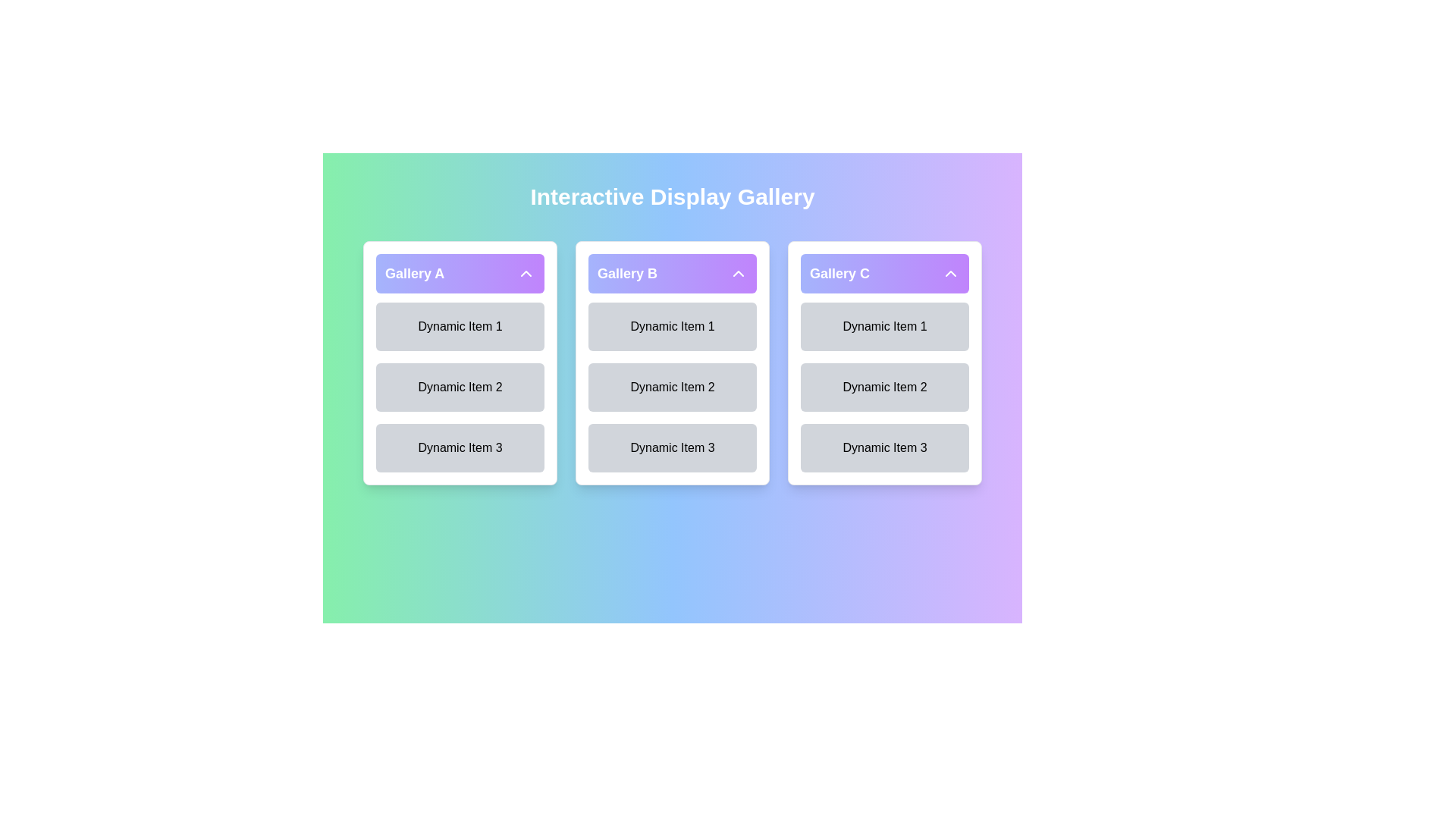 The height and width of the screenshot is (819, 1456). I want to click on the static text display labeled 'Dynamic Item 1', which has a gray background and is the first item in the list under 'Gallery C', so click(884, 326).